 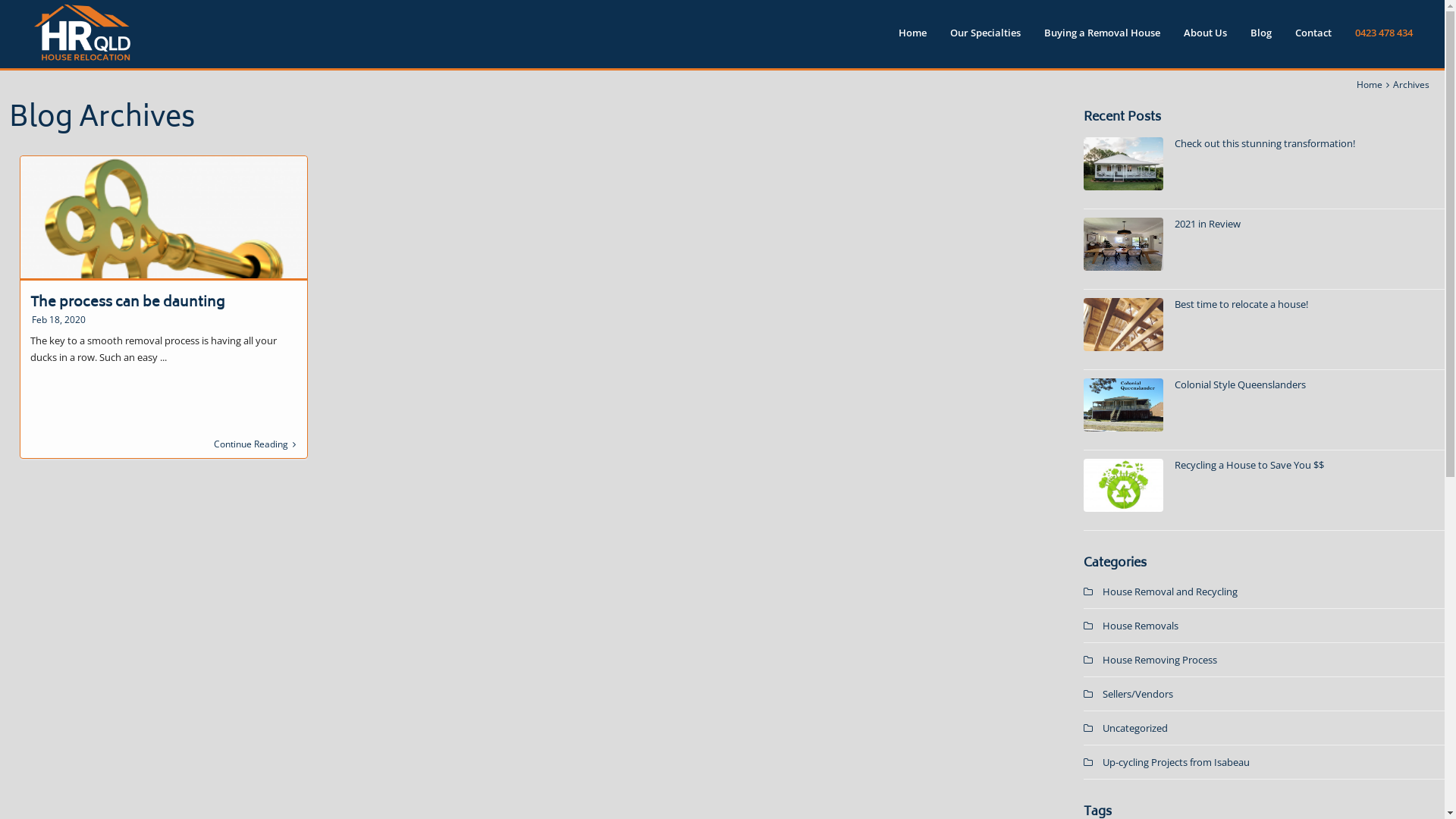 I want to click on 'Continue Reading', so click(x=255, y=444).